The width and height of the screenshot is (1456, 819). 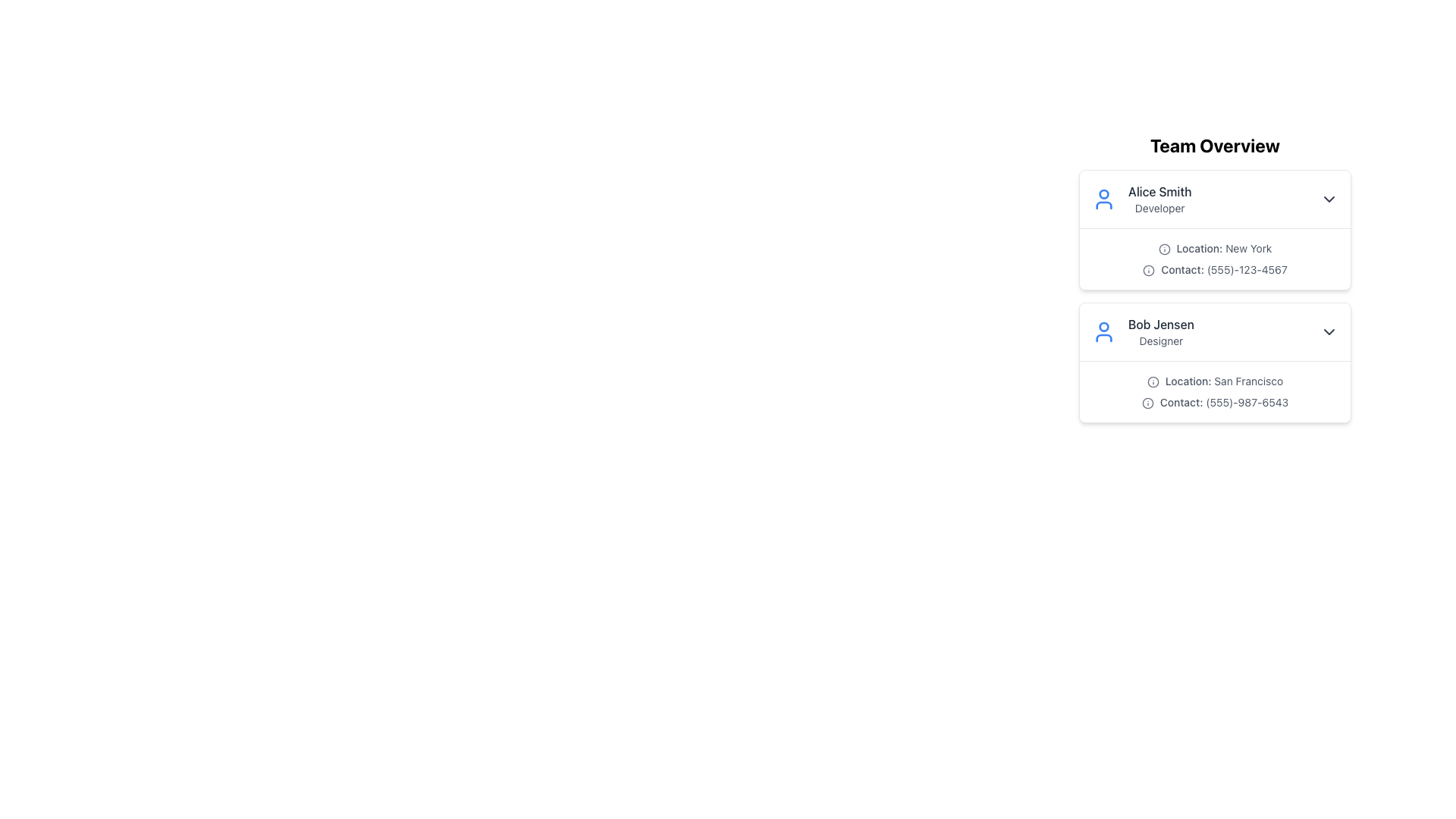 I want to click on the downward-pointing chevron icon button located at the far right of the profile card for 'Alice Smith' to check for any tooltip appearance, so click(x=1328, y=198).